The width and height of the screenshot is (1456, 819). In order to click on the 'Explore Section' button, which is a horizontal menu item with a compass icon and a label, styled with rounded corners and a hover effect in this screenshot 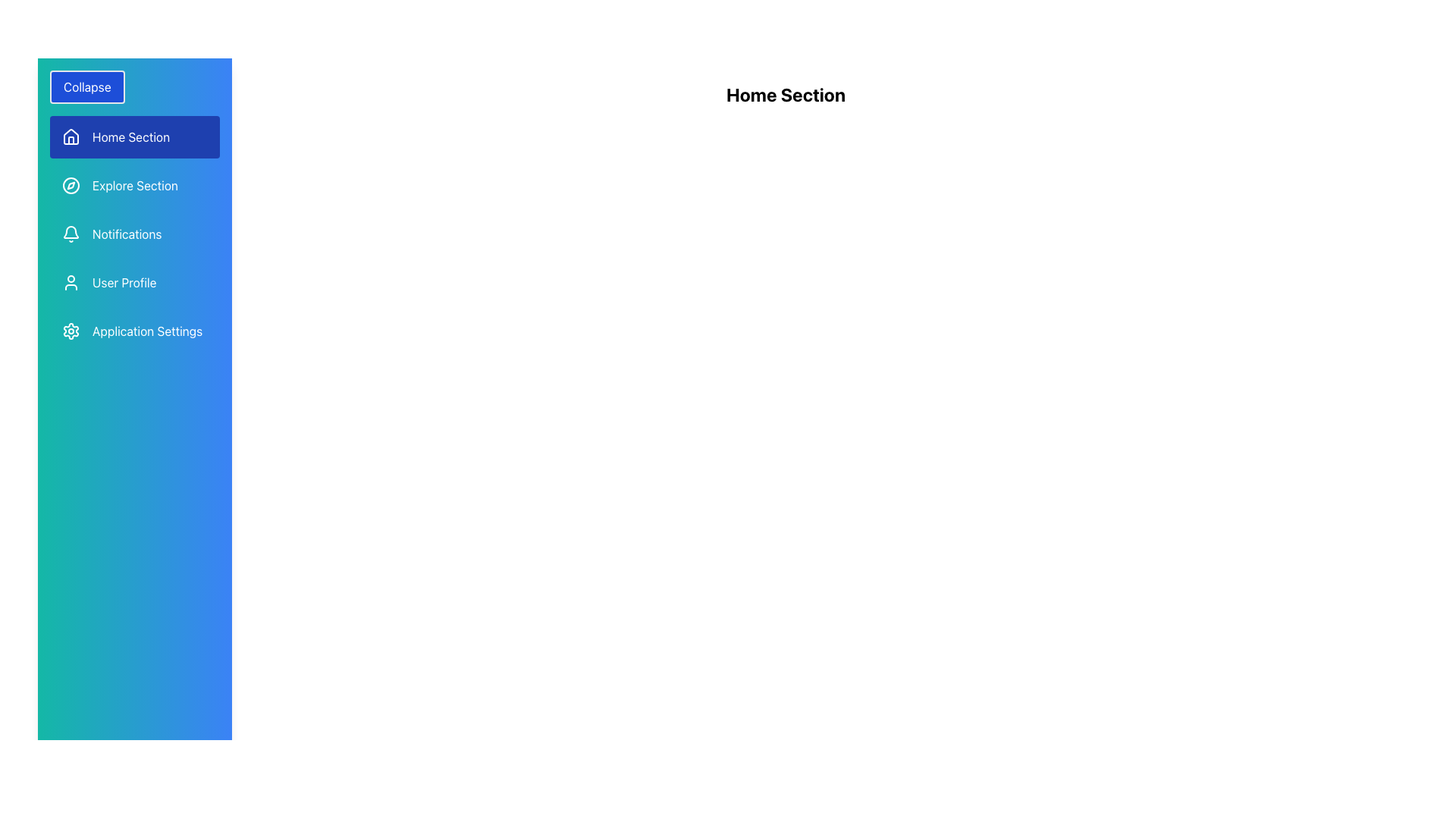, I will do `click(134, 185)`.